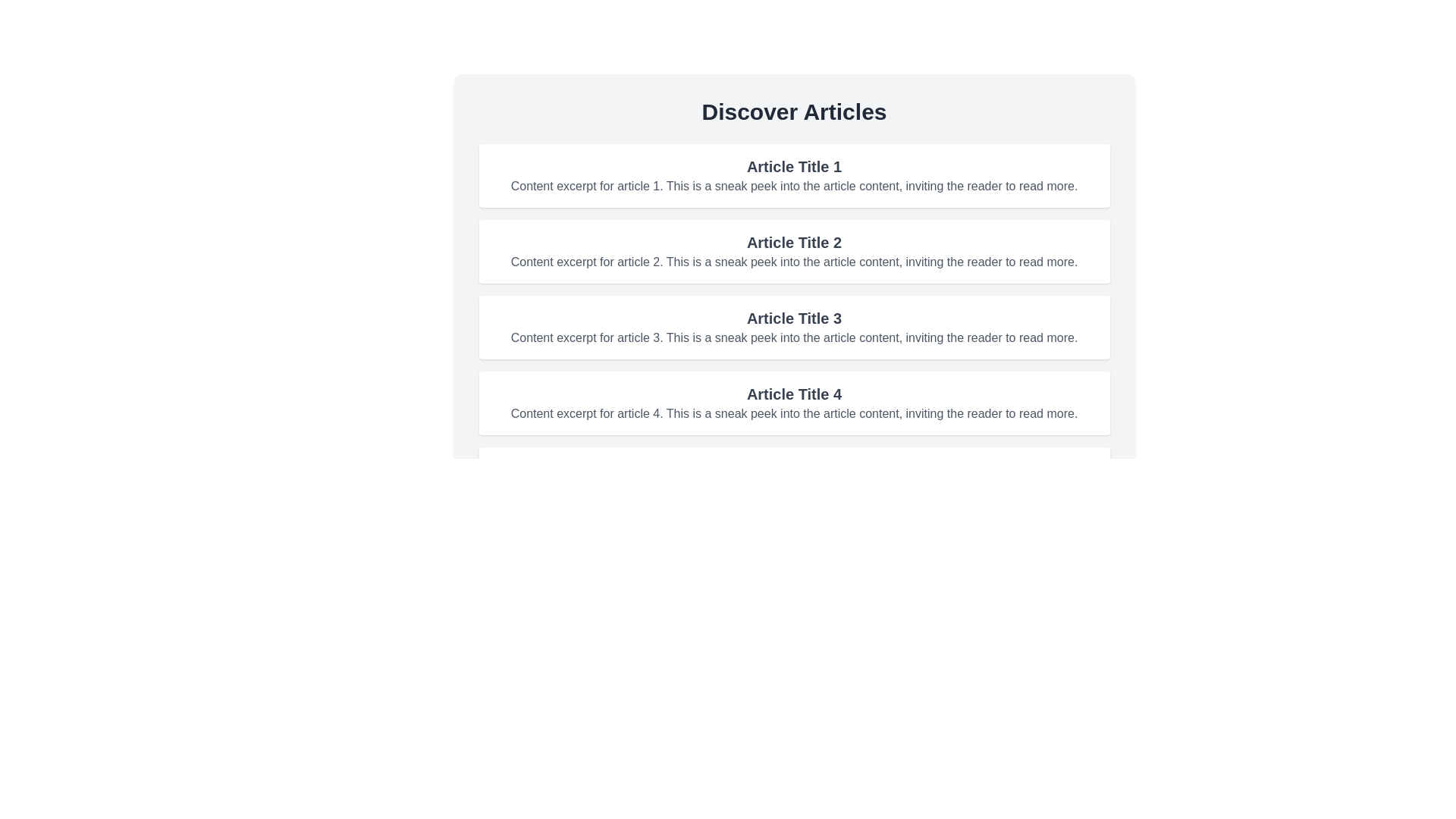  I want to click on the fourth Content Card in the vertical list to read more about the article, so click(793, 403).